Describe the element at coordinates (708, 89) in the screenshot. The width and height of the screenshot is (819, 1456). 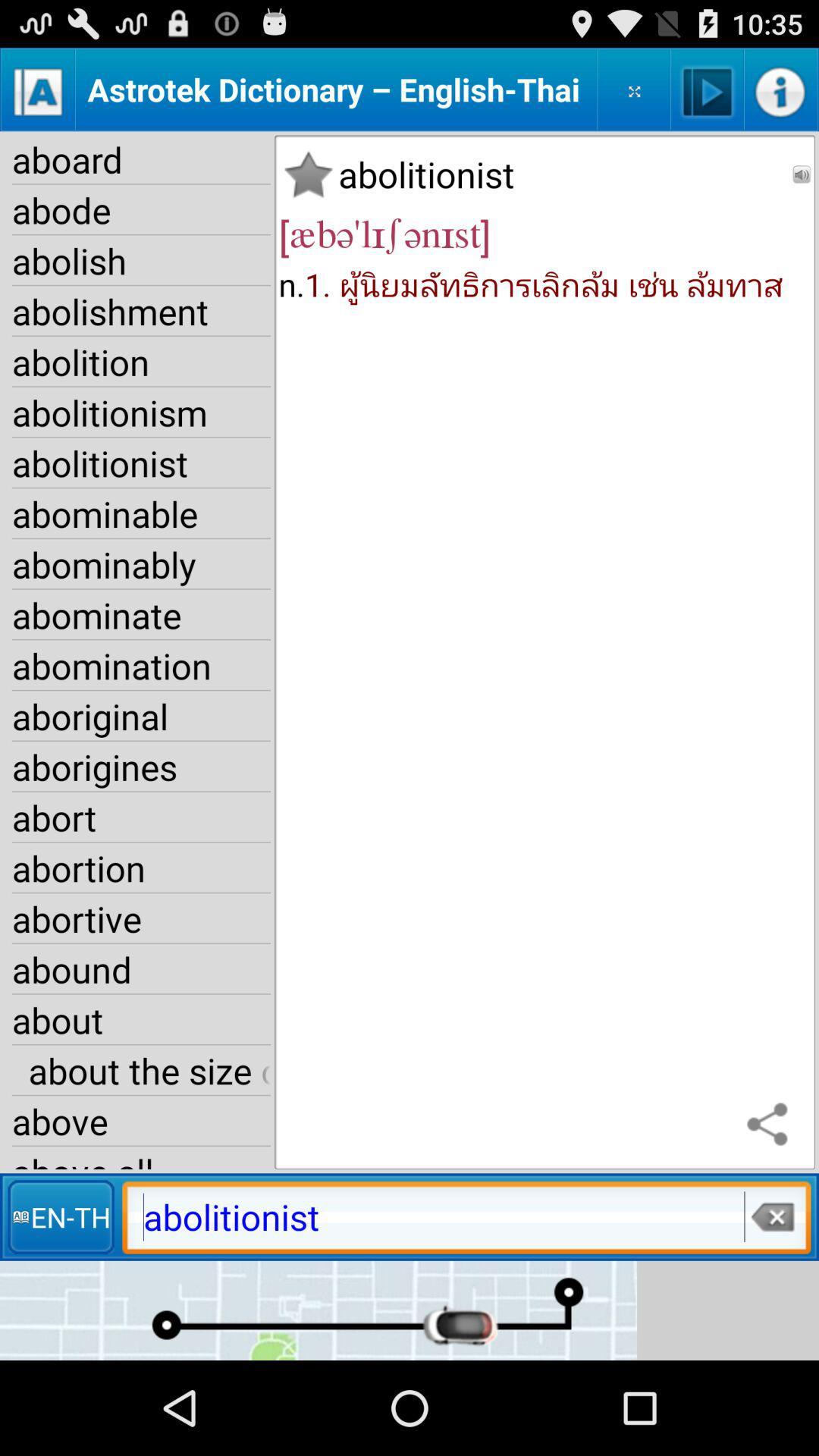
I see `sound` at that location.